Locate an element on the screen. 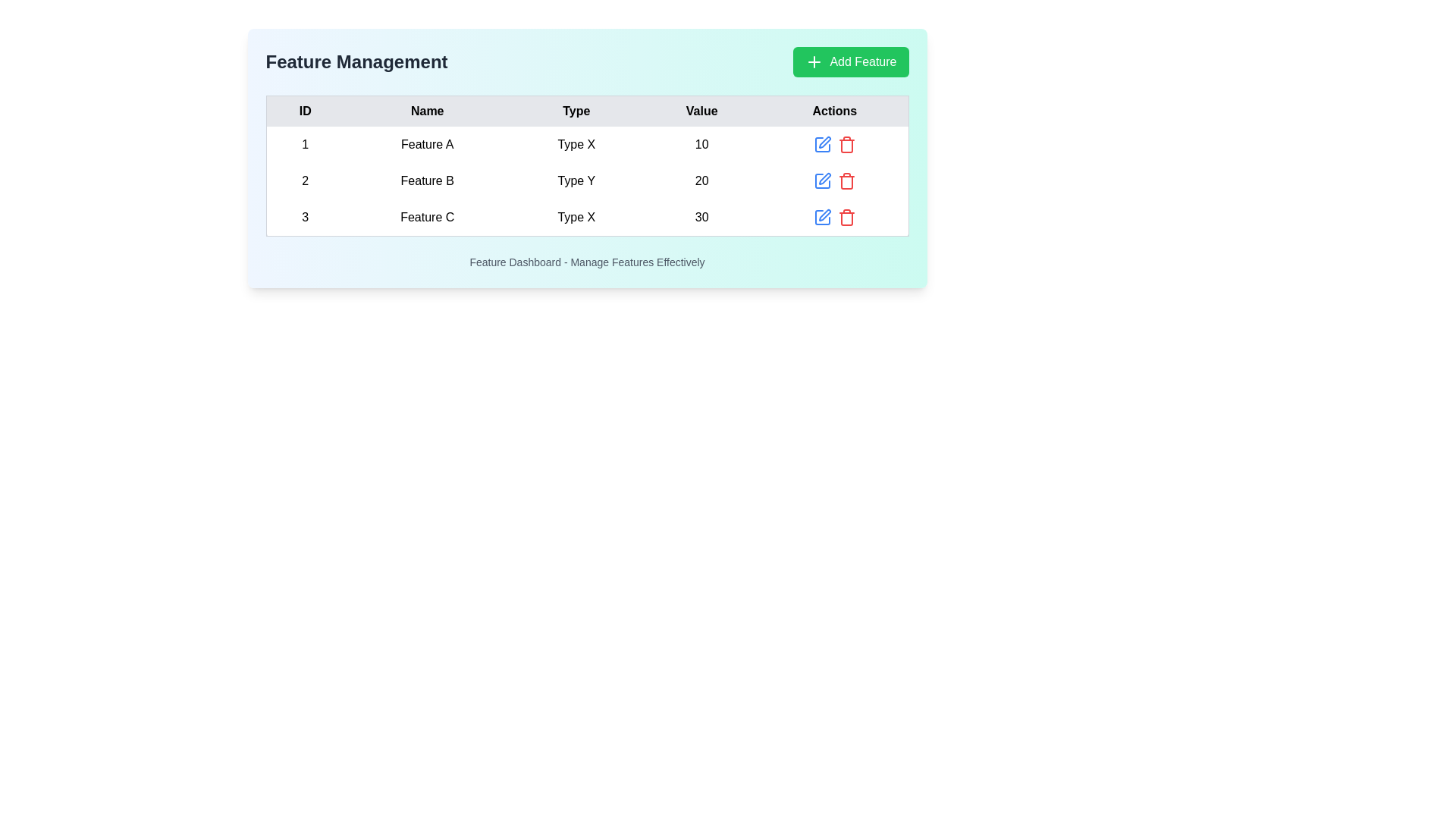 The image size is (1456, 819). the icon resembling a pen within the 'Actions' column of the first feature entry in the 'Feature Management' table to initiate editing the feature is located at coordinates (824, 143).